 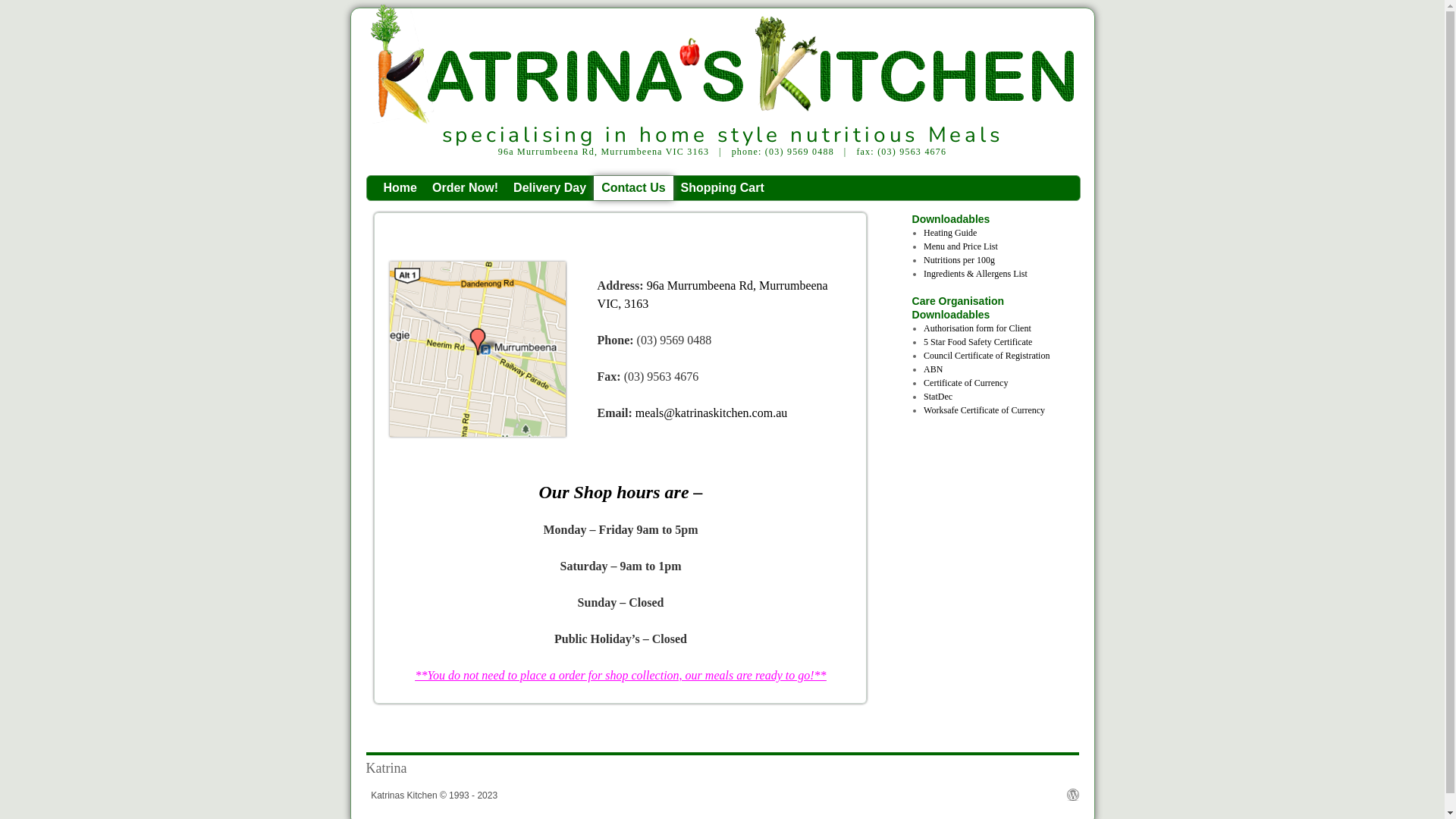 I want to click on 'Certificate of Currency', so click(x=923, y=382).